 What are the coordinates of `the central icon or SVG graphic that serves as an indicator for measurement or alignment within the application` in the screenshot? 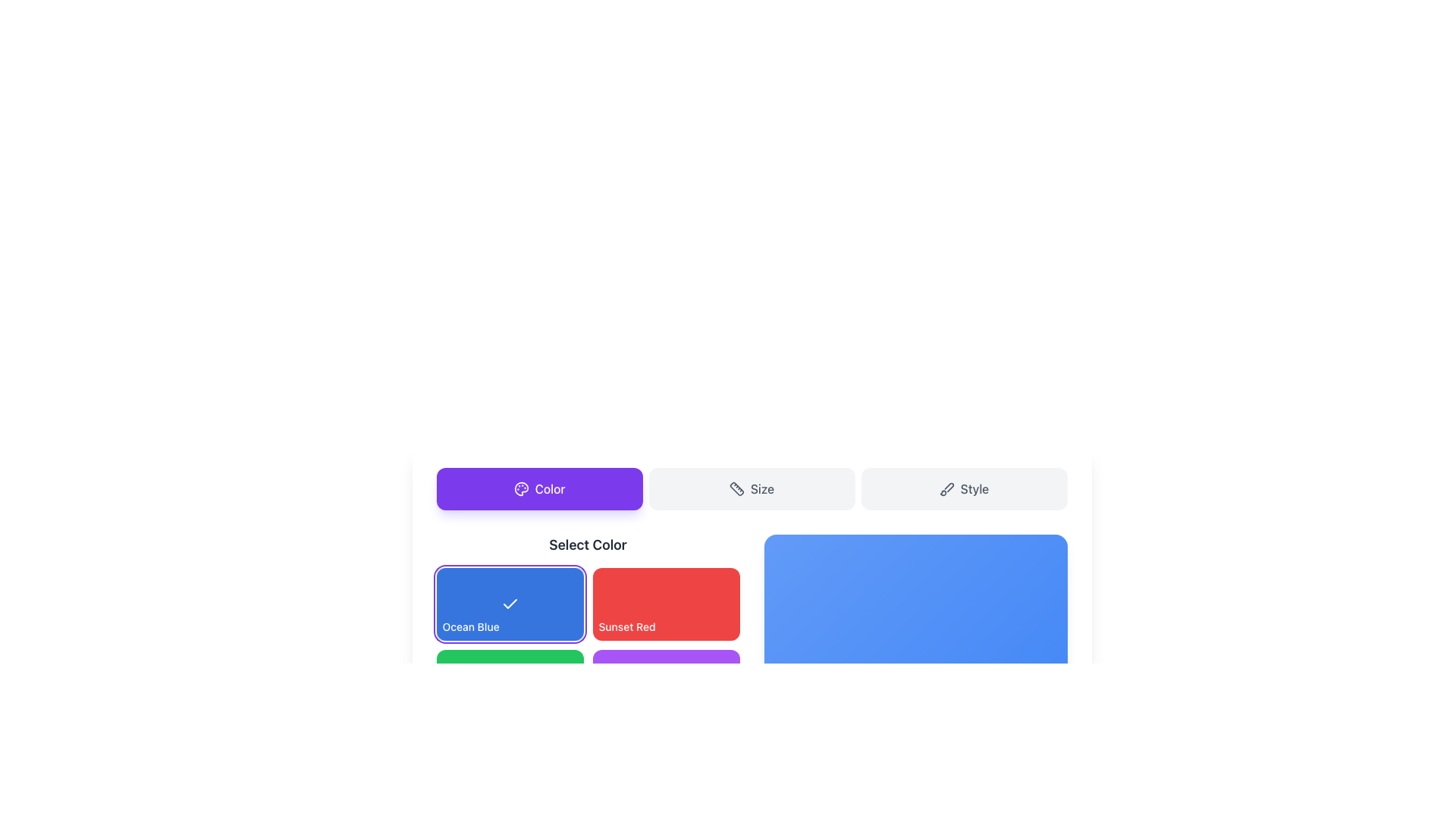 It's located at (736, 488).